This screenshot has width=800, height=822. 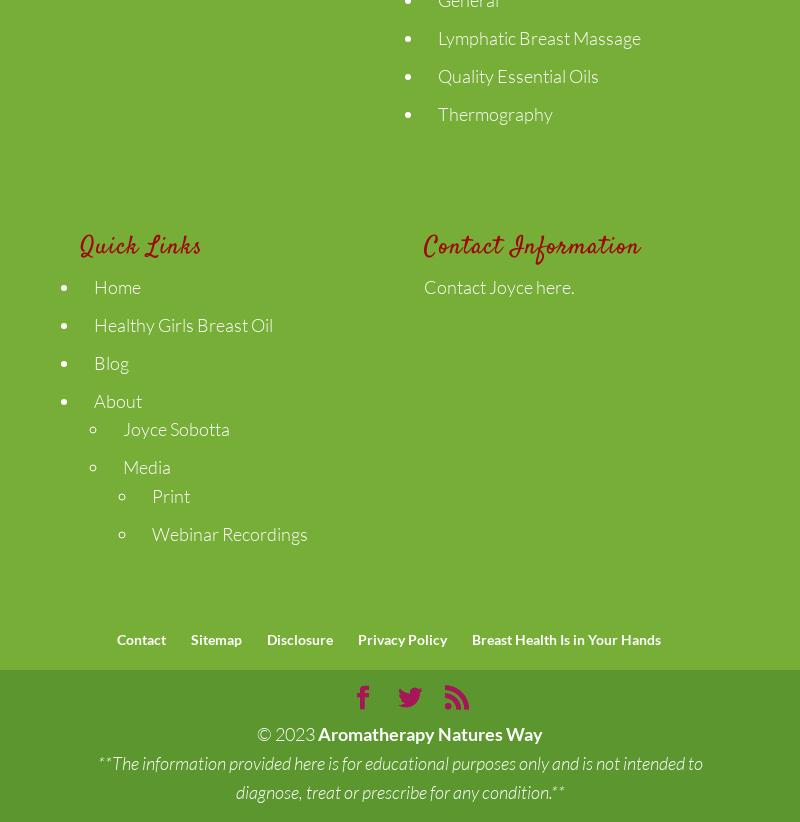 What do you see at coordinates (182, 325) in the screenshot?
I see `'Healthy Girls Breast Oil'` at bounding box center [182, 325].